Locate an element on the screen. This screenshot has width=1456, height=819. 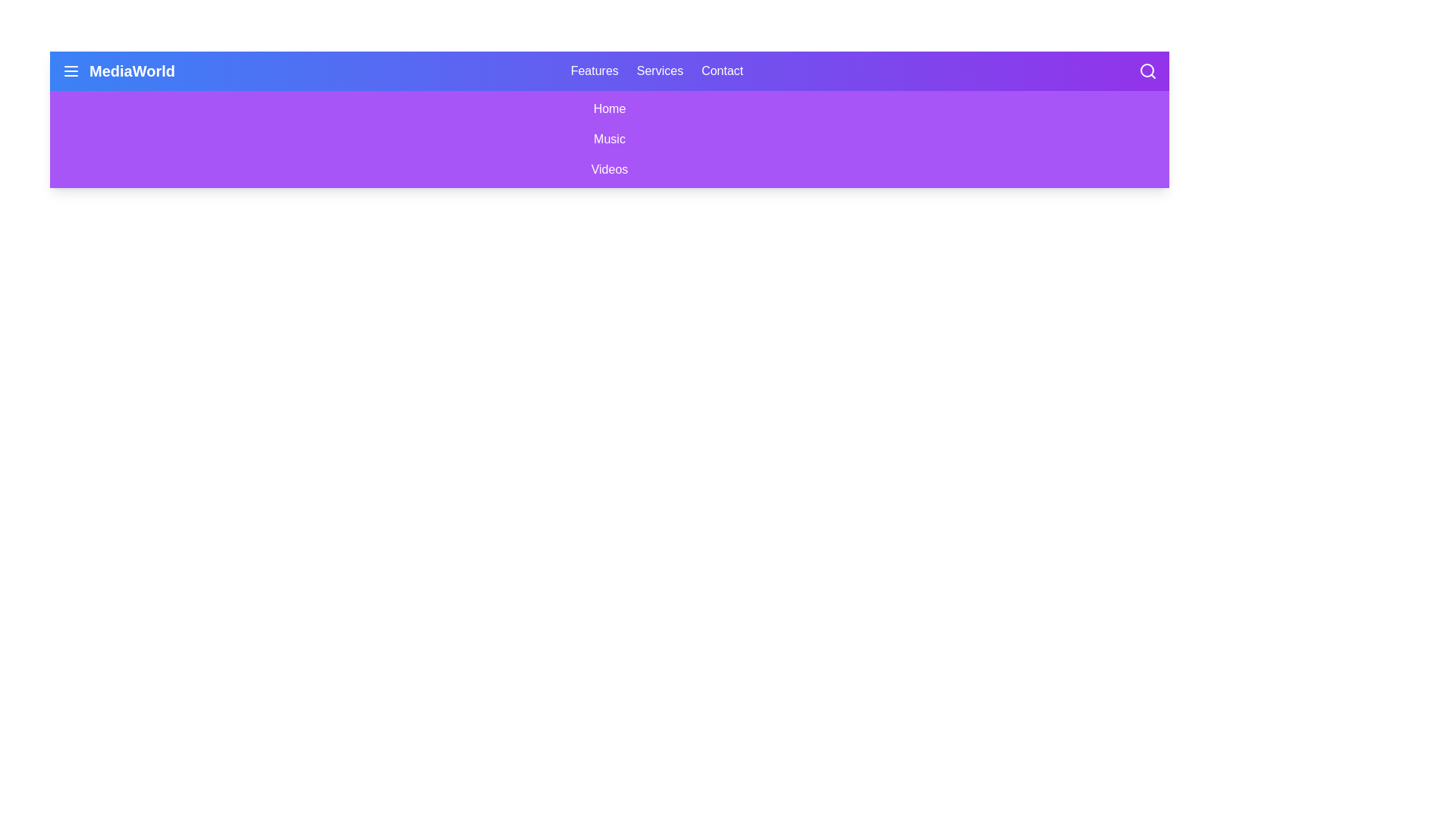
the 'Contact' hyperlink in the navigation menu is located at coordinates (721, 71).